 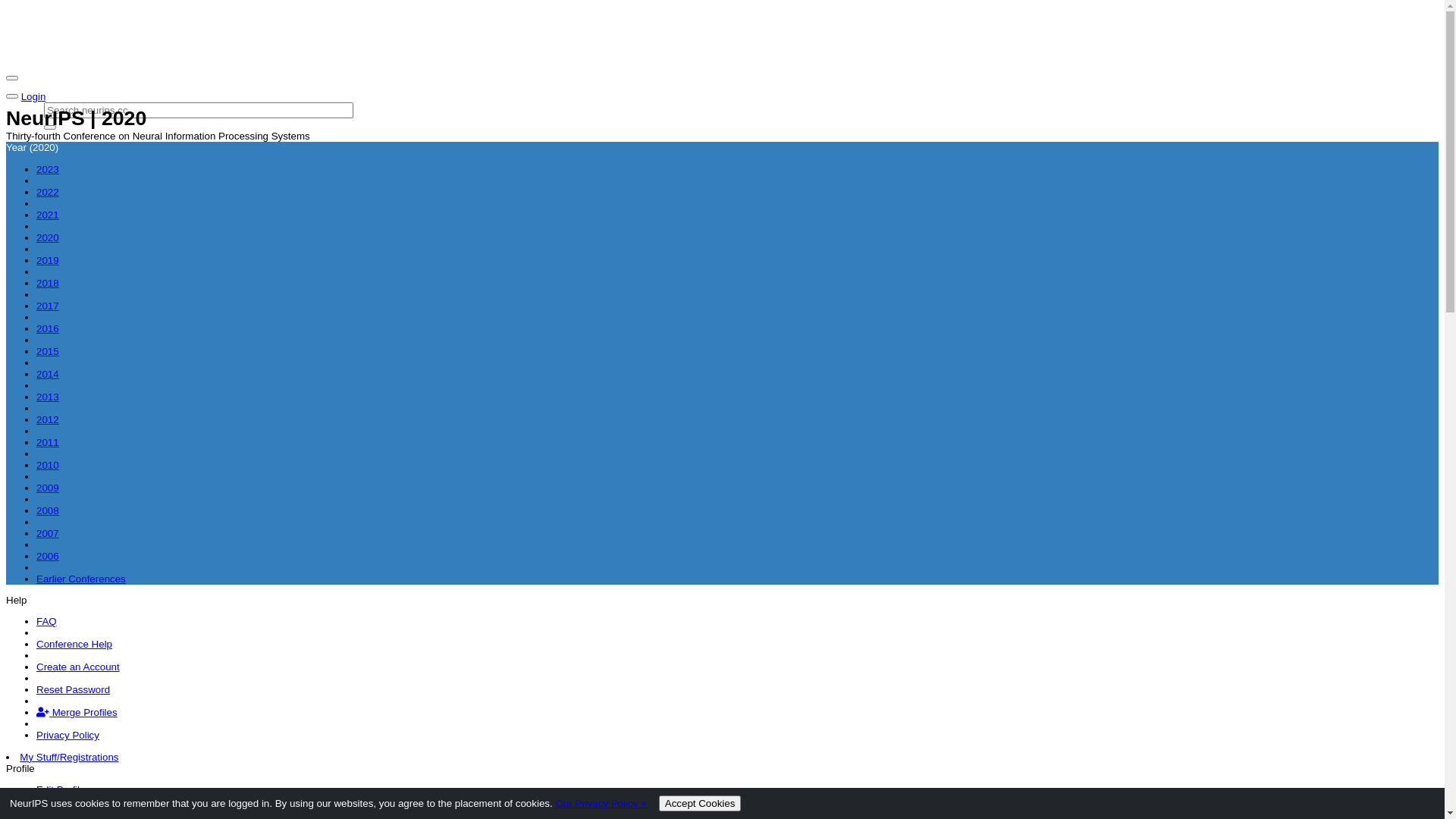 What do you see at coordinates (36, 237) in the screenshot?
I see `'2020'` at bounding box center [36, 237].